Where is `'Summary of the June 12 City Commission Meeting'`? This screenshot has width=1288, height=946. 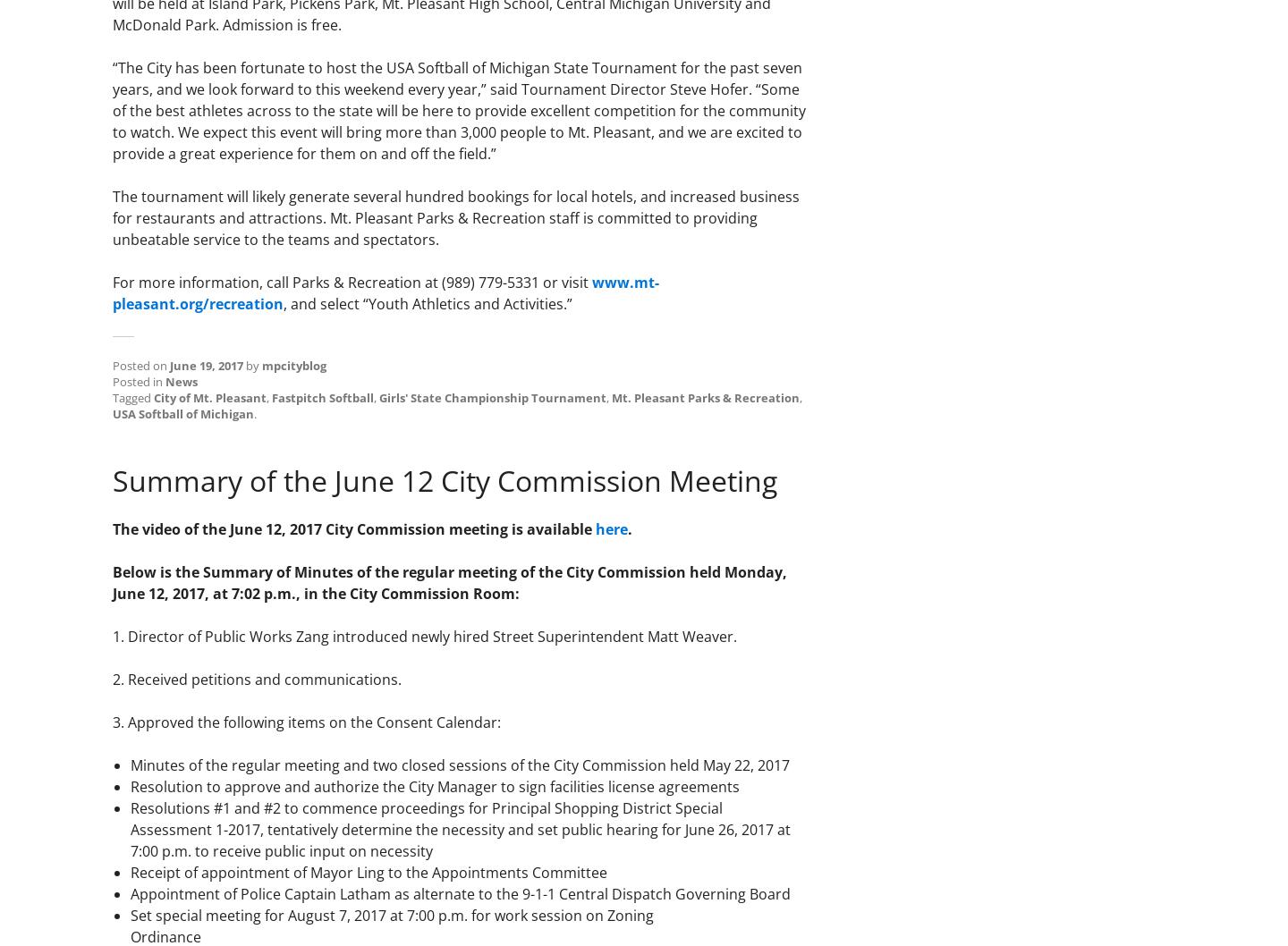 'Summary of the June 12 City Commission Meeting' is located at coordinates (444, 479).